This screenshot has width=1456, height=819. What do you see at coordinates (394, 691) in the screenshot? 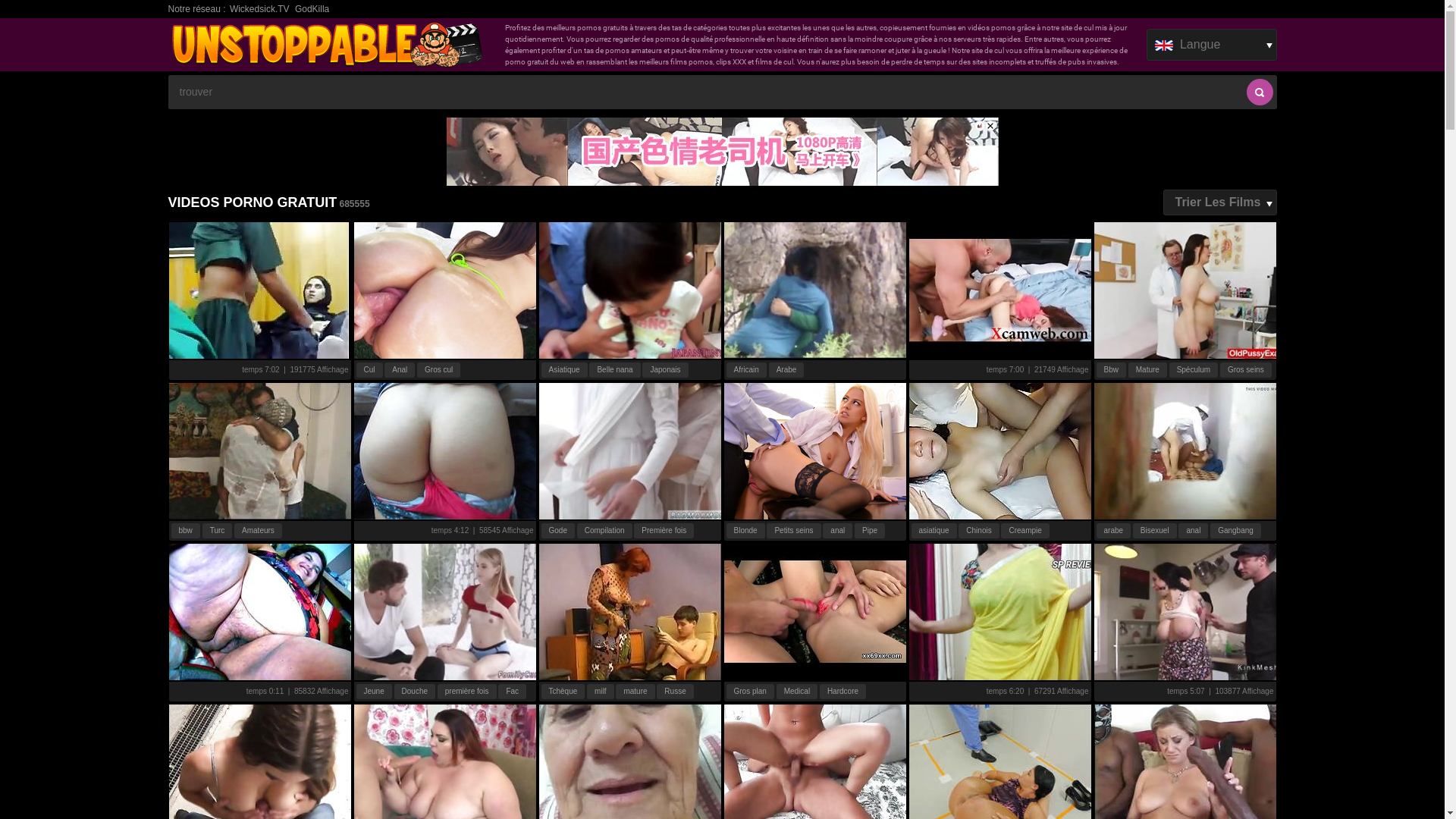
I see `'Douche'` at bounding box center [394, 691].